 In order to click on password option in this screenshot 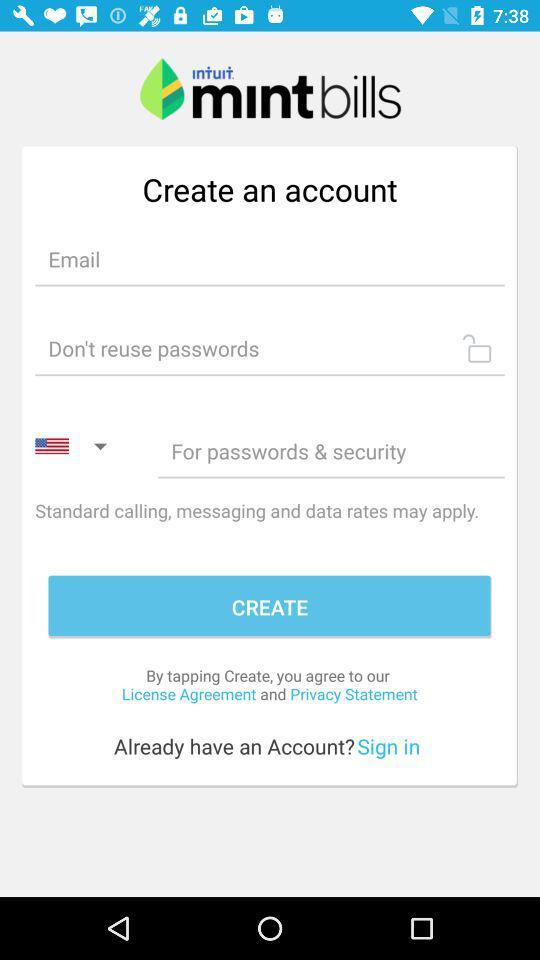, I will do `click(331, 451)`.